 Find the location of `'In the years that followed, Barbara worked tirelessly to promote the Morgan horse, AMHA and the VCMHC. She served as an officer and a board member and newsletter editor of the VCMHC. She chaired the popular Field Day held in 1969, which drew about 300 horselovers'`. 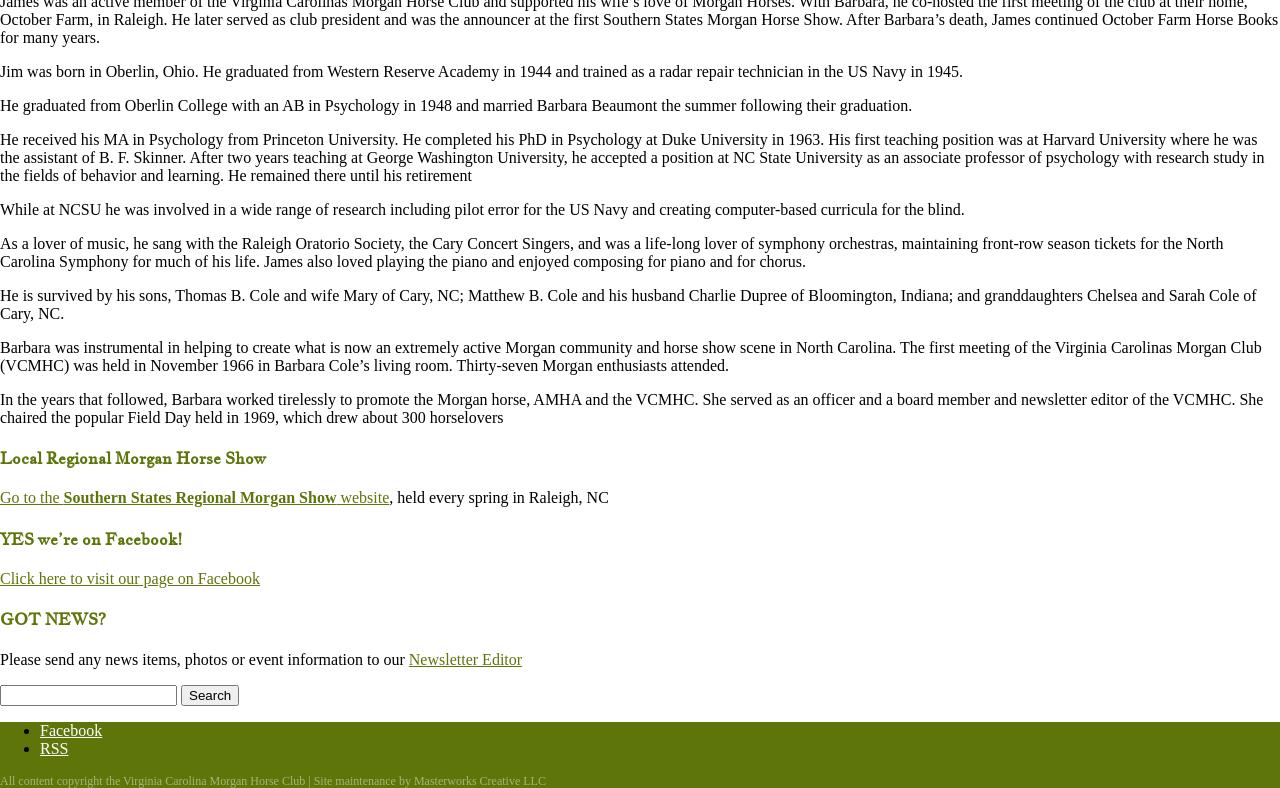

'In the years that followed, Barbara worked tirelessly to promote the Morgan horse, AMHA and the VCMHC. She served as an officer and a board member and newsletter editor of the VCMHC. She chaired the popular Field Day held in 1969, which drew about 300 horselovers' is located at coordinates (630, 406).